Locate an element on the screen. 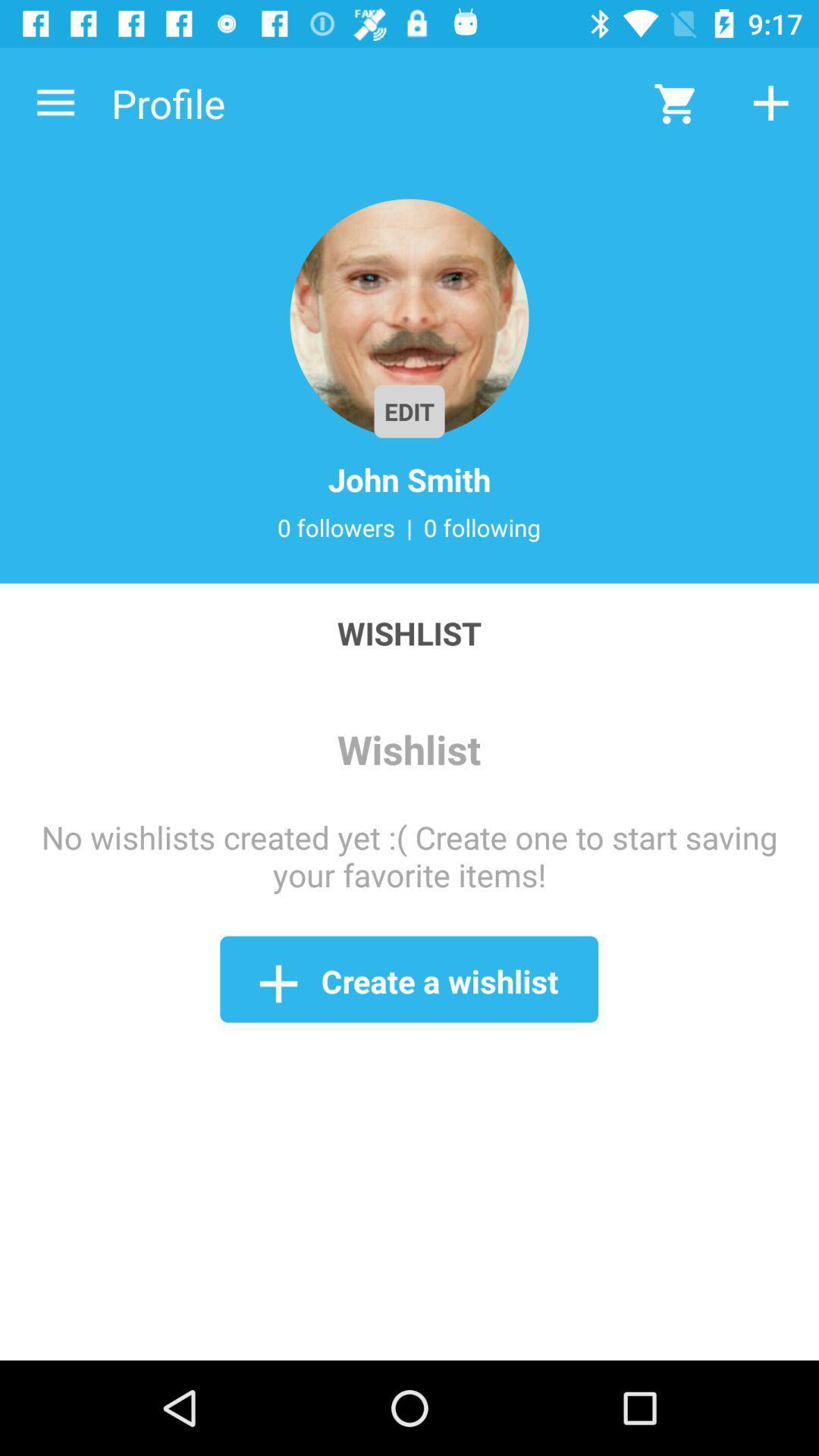 Image resolution: width=819 pixels, height=1456 pixels. icon below john smith is located at coordinates (482, 527).